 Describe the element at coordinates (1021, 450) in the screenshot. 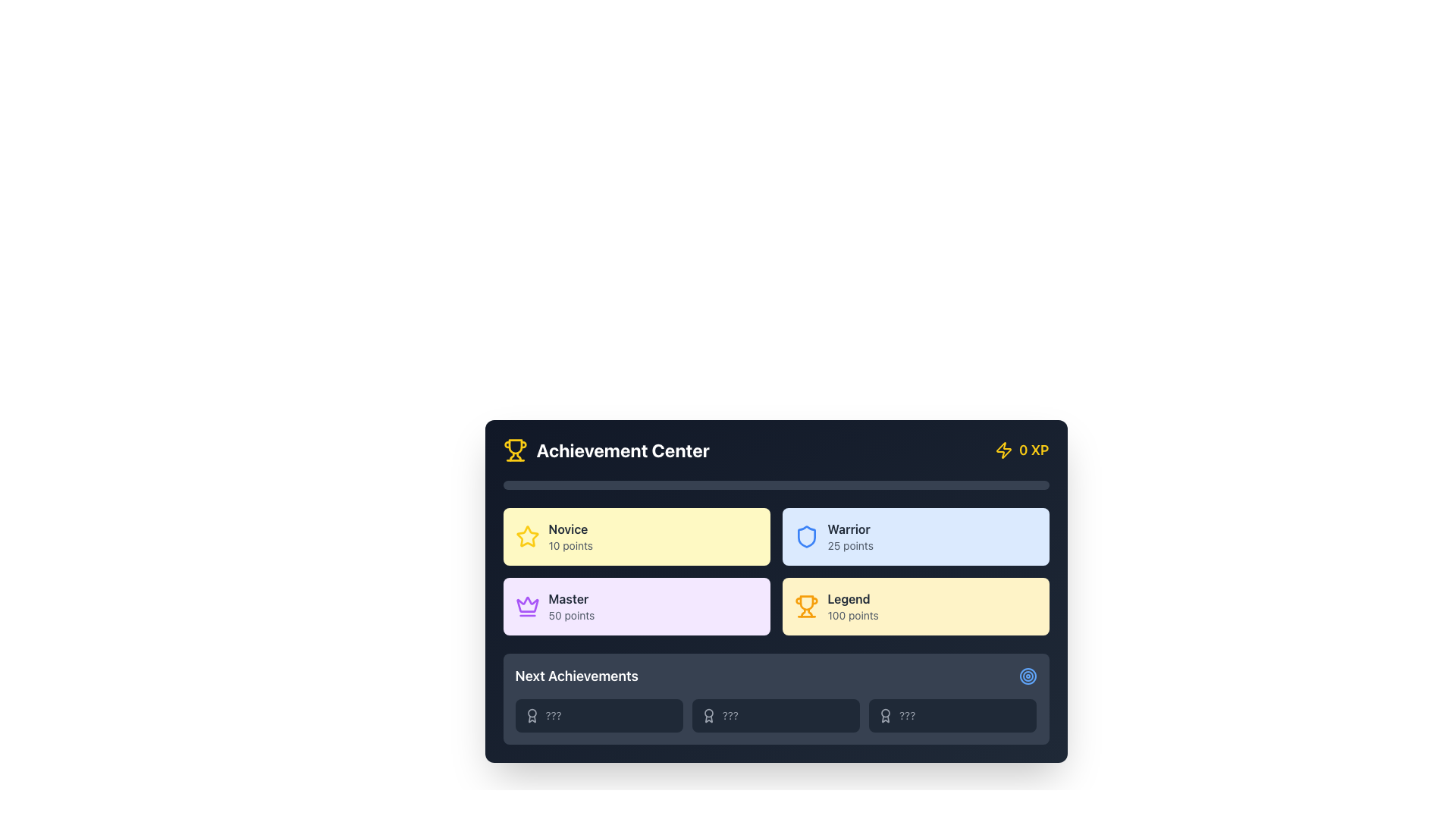

I see `the displayed information in the informational widget showing the user's current experience points (XP) located at the top-right corner of the 'Achievement Center' panel` at that location.